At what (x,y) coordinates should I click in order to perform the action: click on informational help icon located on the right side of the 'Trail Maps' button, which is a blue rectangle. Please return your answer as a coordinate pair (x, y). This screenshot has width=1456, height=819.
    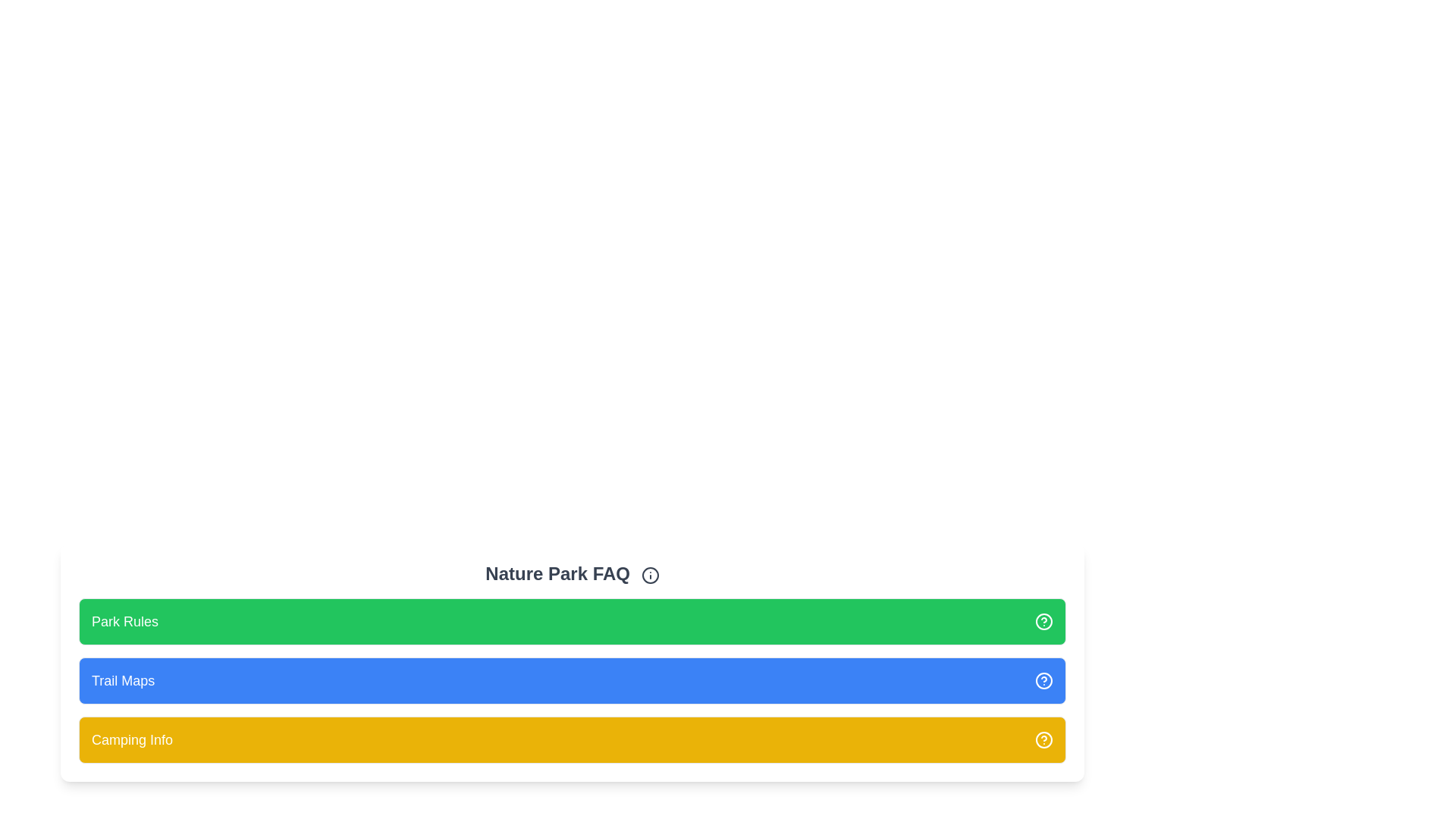
    Looking at the image, I should click on (1043, 680).